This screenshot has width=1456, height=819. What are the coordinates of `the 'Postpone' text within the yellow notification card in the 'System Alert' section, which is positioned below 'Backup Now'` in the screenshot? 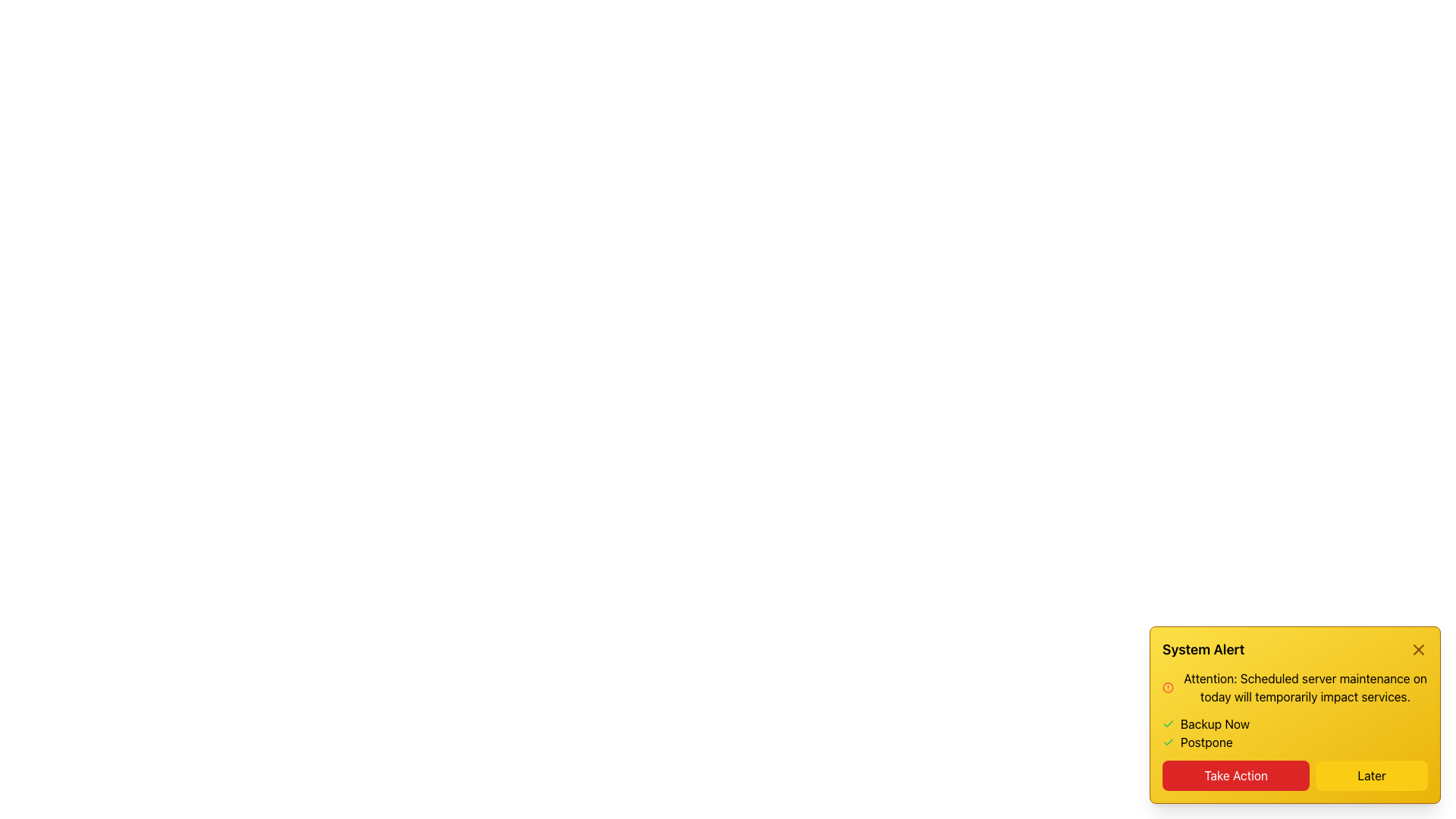 It's located at (1206, 742).